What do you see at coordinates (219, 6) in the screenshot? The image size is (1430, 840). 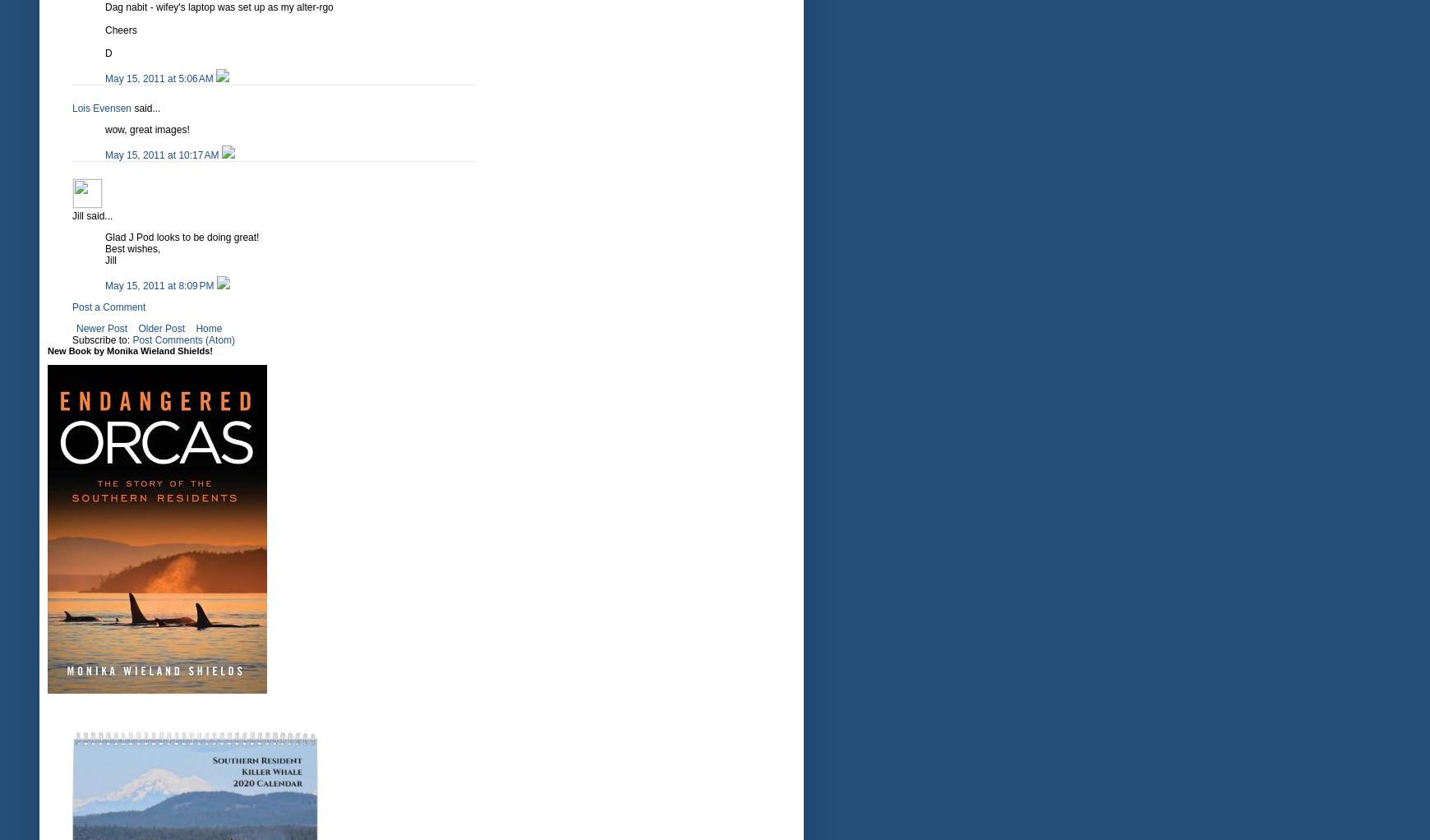 I see `'Dag nabit - wifey's laptop was set up as my alter-rgo'` at bounding box center [219, 6].